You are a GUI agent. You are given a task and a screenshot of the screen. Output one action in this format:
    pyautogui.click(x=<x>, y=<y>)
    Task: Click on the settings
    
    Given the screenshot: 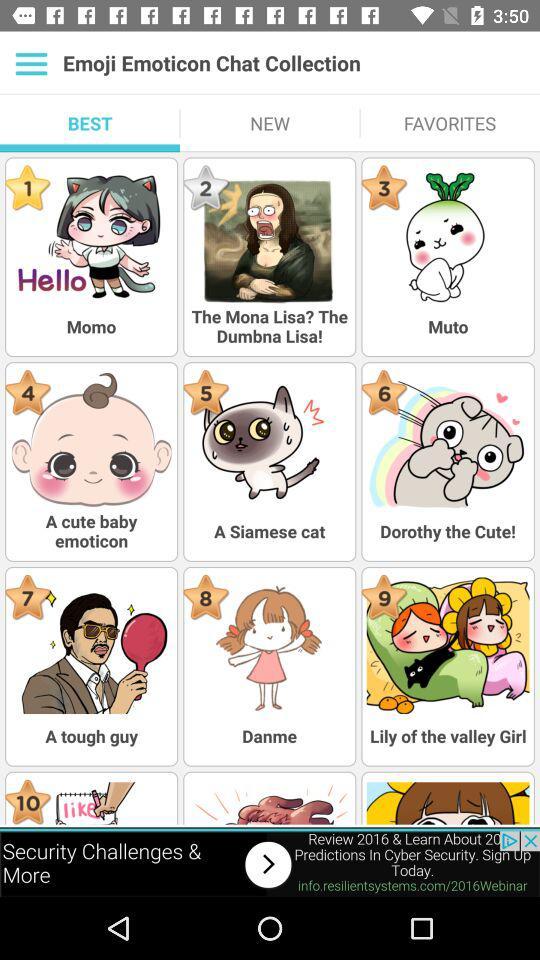 What is the action you would take?
    pyautogui.click(x=30, y=63)
    